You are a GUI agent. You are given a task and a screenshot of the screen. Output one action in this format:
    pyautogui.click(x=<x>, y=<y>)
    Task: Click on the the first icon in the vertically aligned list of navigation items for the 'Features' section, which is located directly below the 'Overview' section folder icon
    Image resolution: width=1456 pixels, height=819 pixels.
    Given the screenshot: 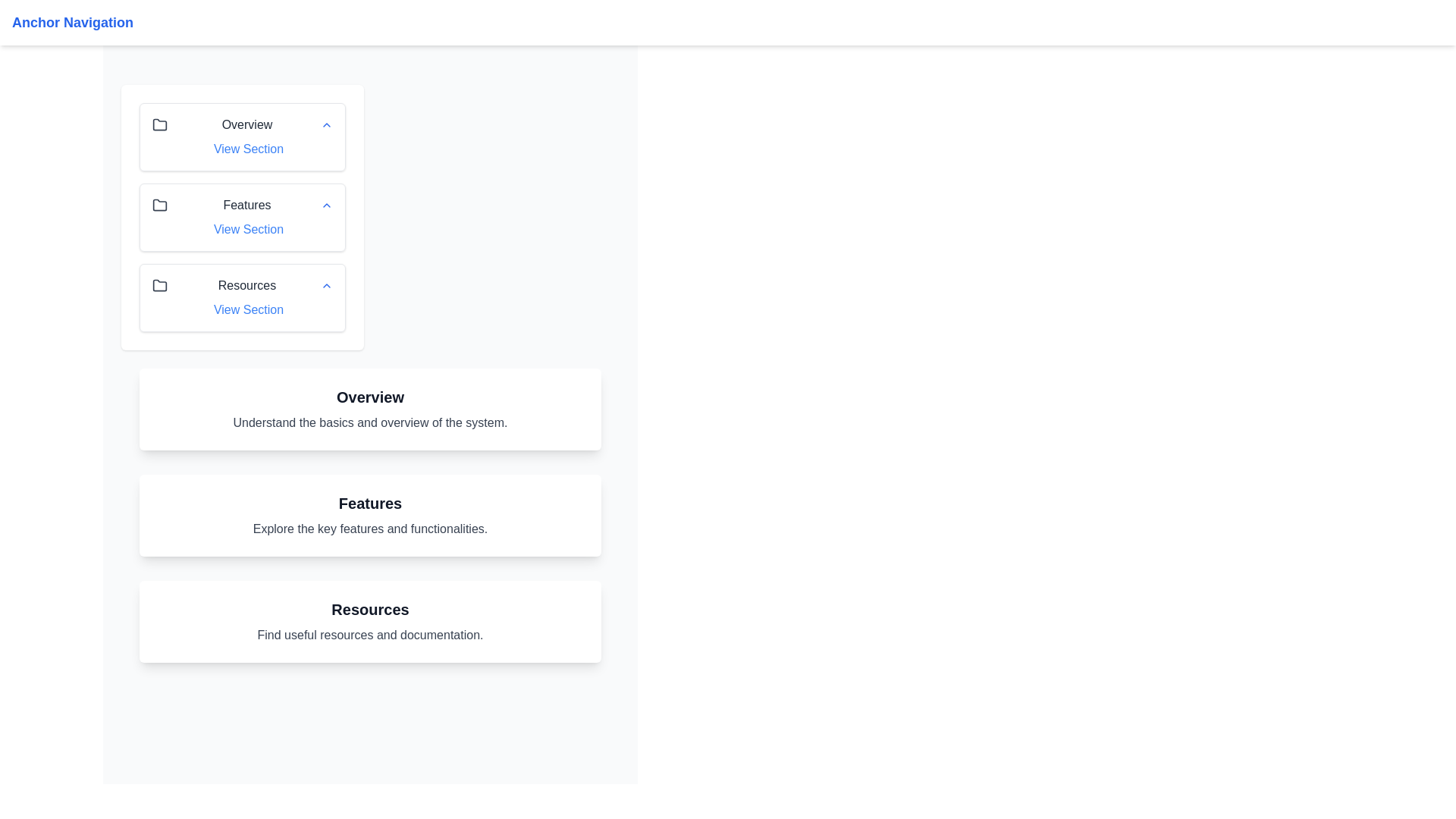 What is the action you would take?
    pyautogui.click(x=160, y=205)
    